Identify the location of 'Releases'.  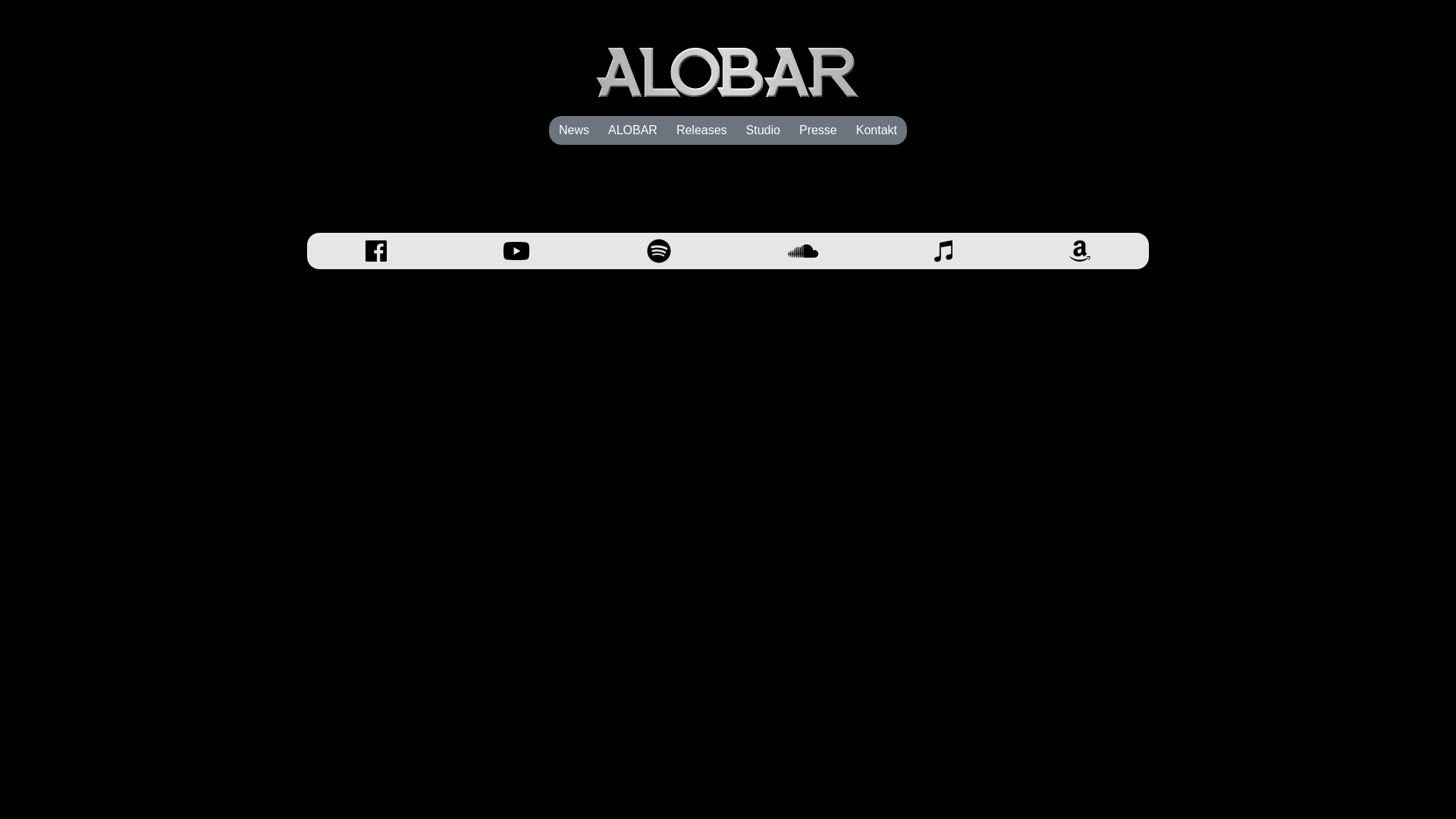
(701, 130).